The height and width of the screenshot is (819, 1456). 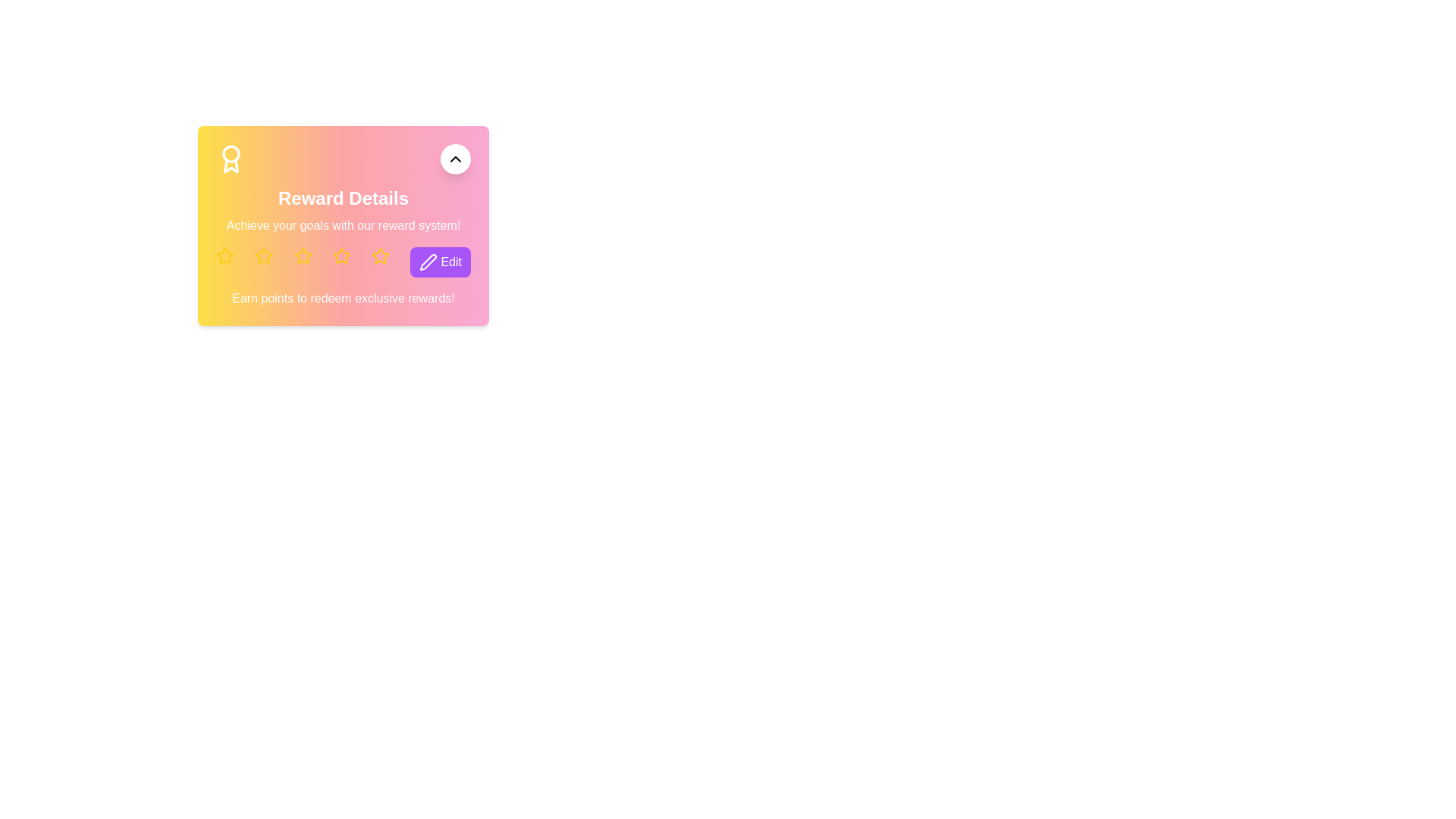 I want to click on the third star icon in the horizontally aligned group within the 'Reward Details' card, so click(x=303, y=256).